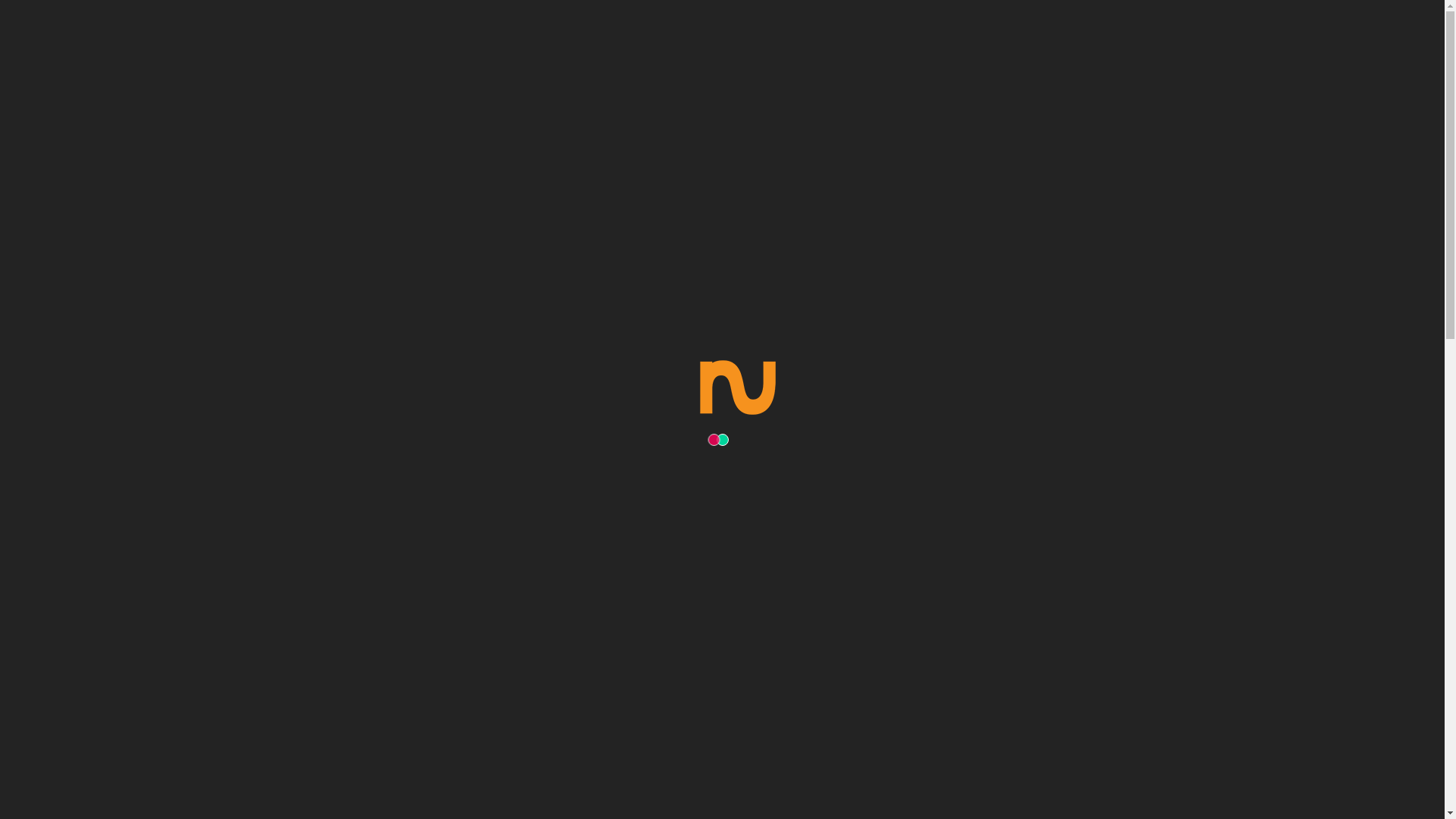 Image resolution: width=1456 pixels, height=819 pixels. Describe the element at coordinates (327, 39) in the screenshot. I see `'Nuapp Productions - App Developers - St Kilda'` at that location.